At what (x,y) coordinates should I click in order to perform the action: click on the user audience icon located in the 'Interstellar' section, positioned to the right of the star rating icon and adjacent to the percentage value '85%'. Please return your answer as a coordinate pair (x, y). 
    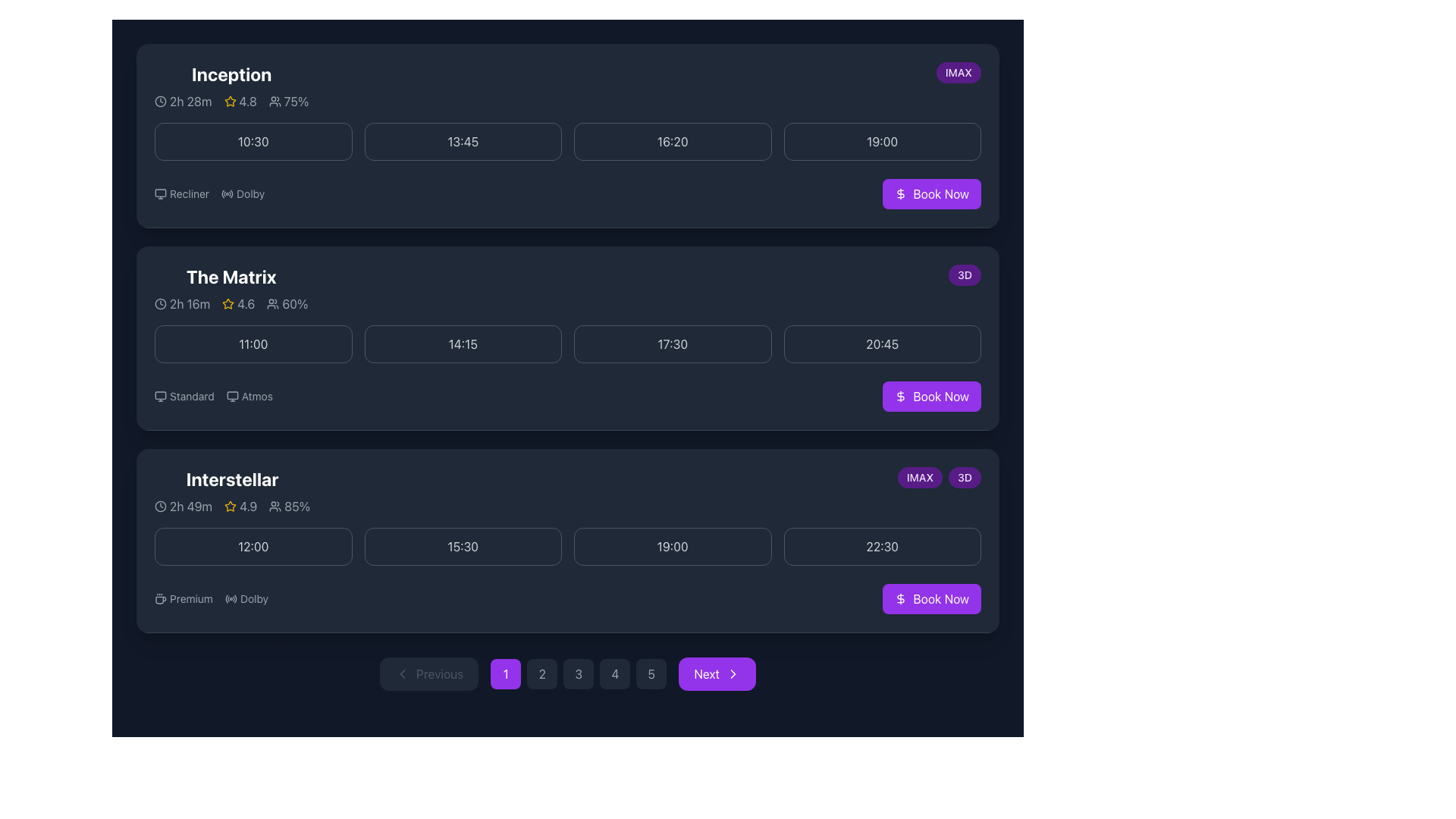
    Looking at the image, I should click on (275, 506).